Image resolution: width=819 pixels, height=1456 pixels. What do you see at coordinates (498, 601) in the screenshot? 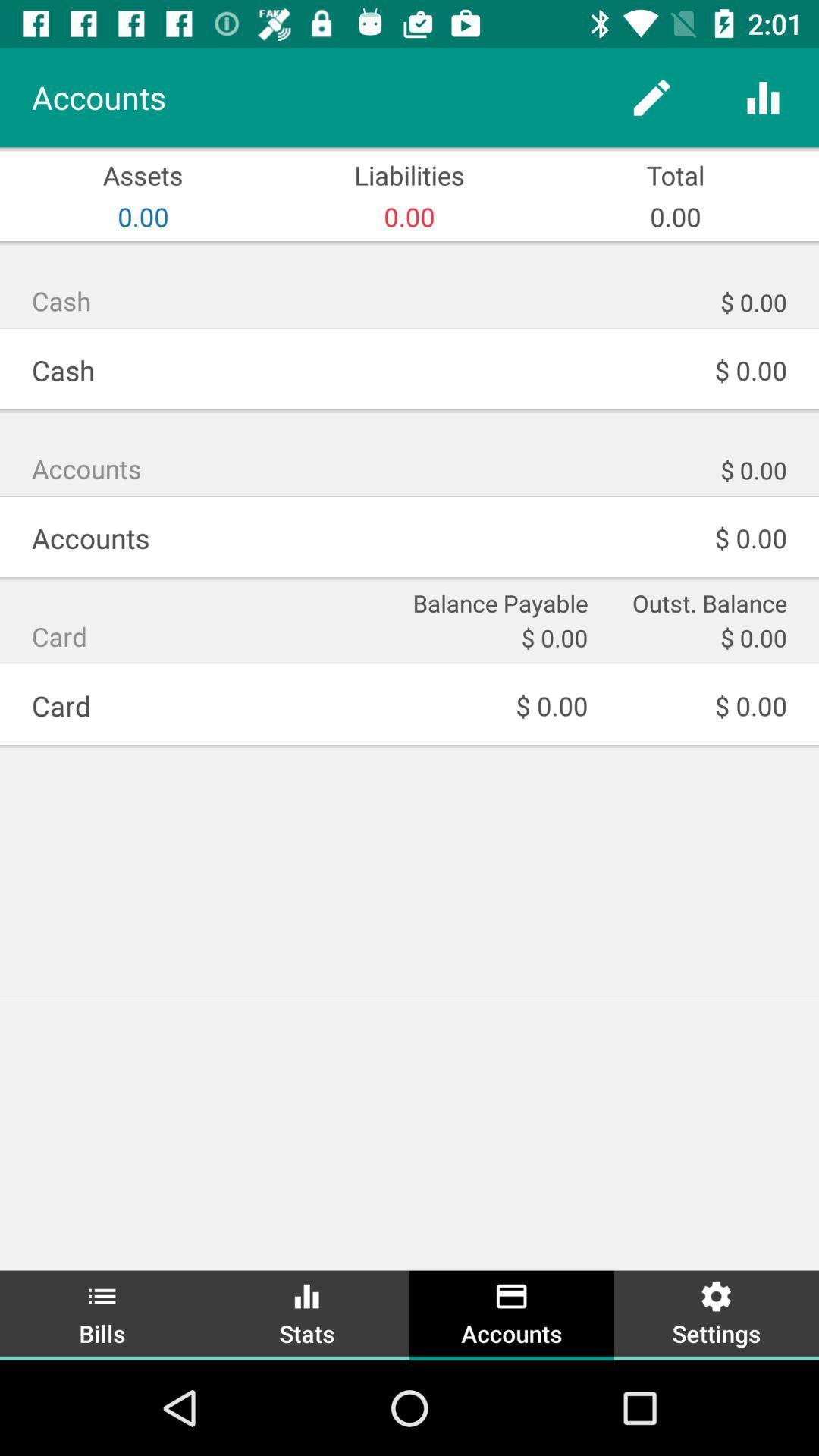
I see `icon below accounts` at bounding box center [498, 601].